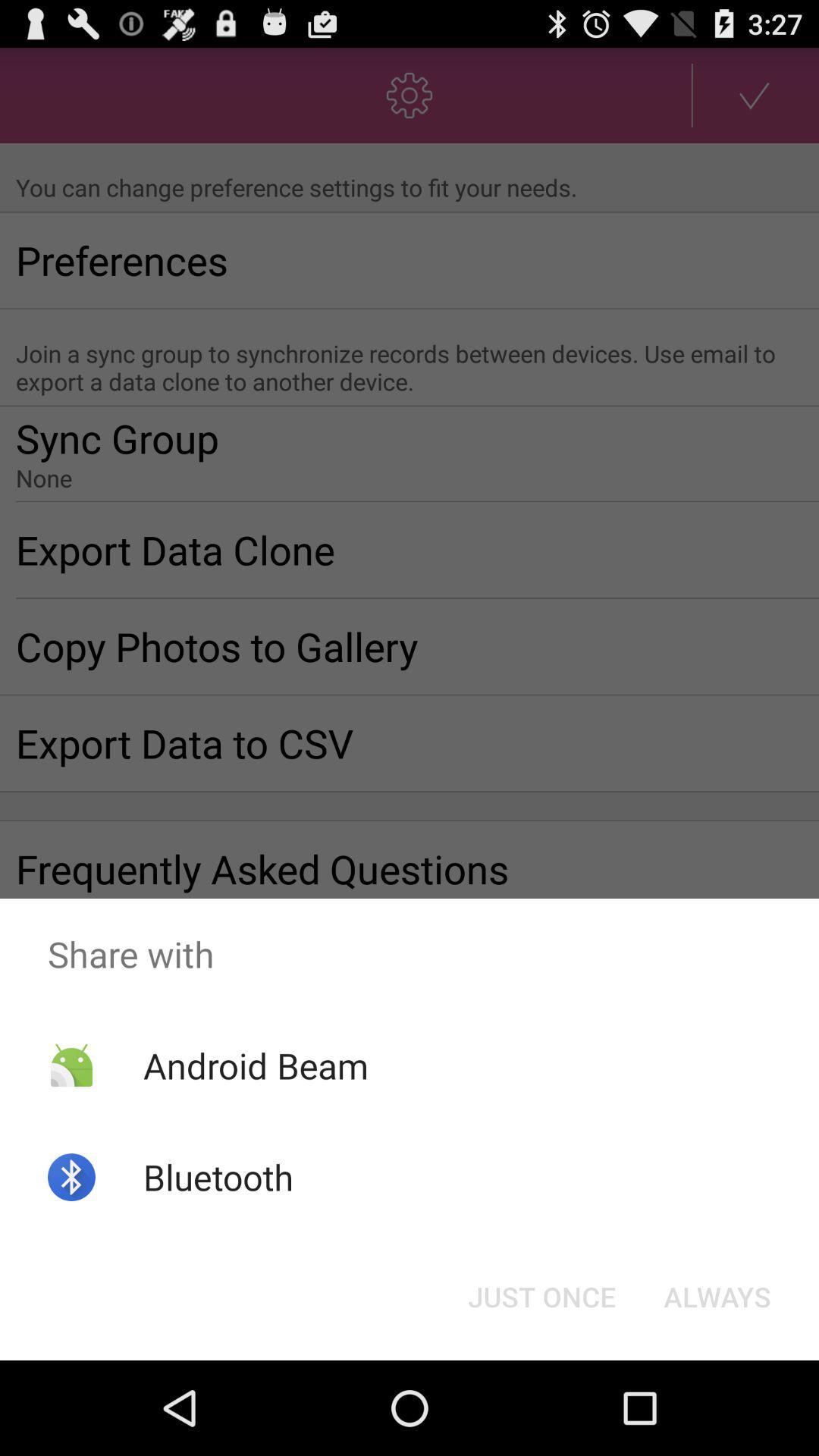 The width and height of the screenshot is (819, 1456). What do you see at coordinates (717, 1295) in the screenshot?
I see `the icon next to the just once button` at bounding box center [717, 1295].